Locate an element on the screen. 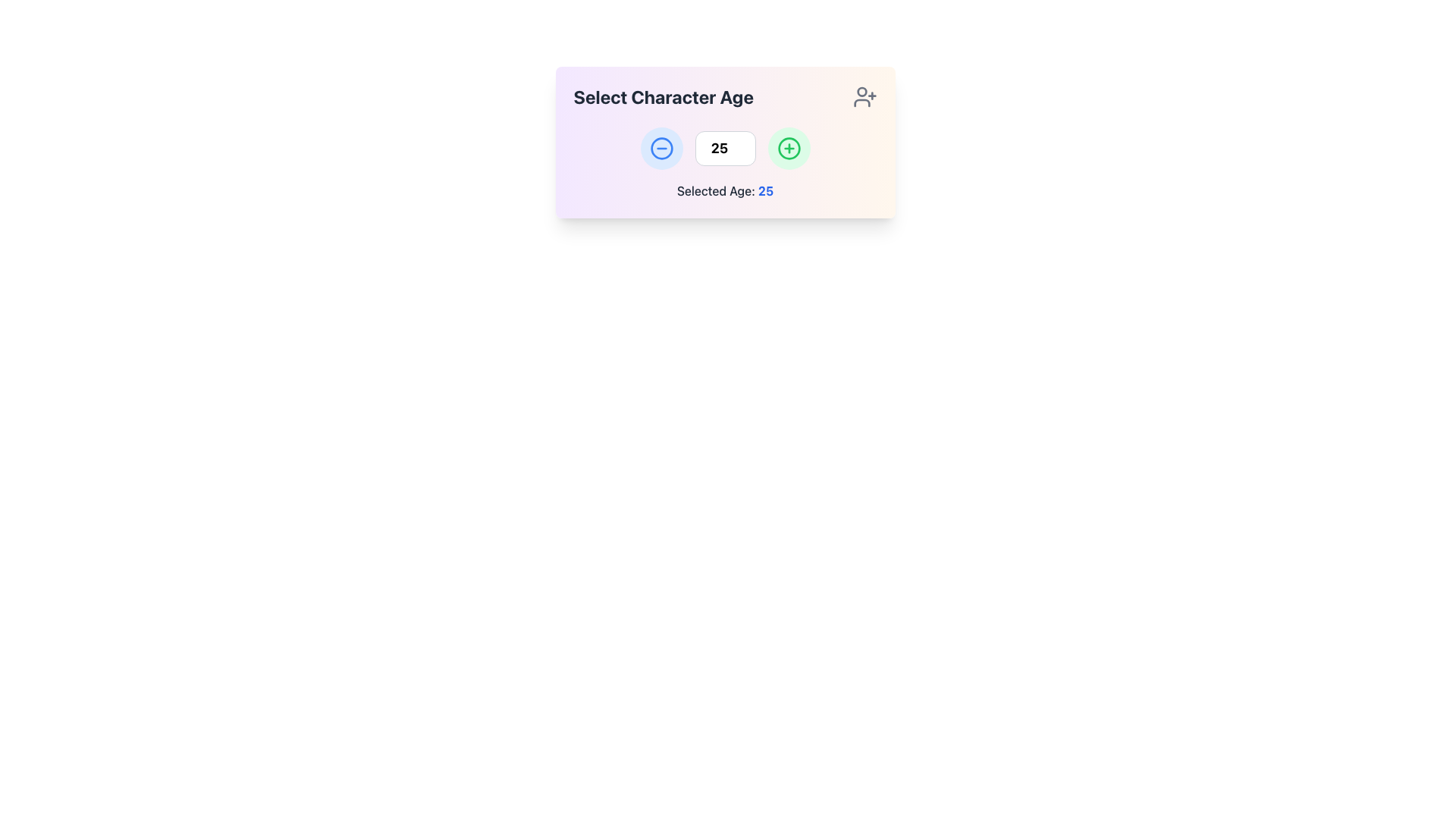  the number input field to focus and edit its value, which is centrally located between the increment and decrement buttons is located at coordinates (724, 149).